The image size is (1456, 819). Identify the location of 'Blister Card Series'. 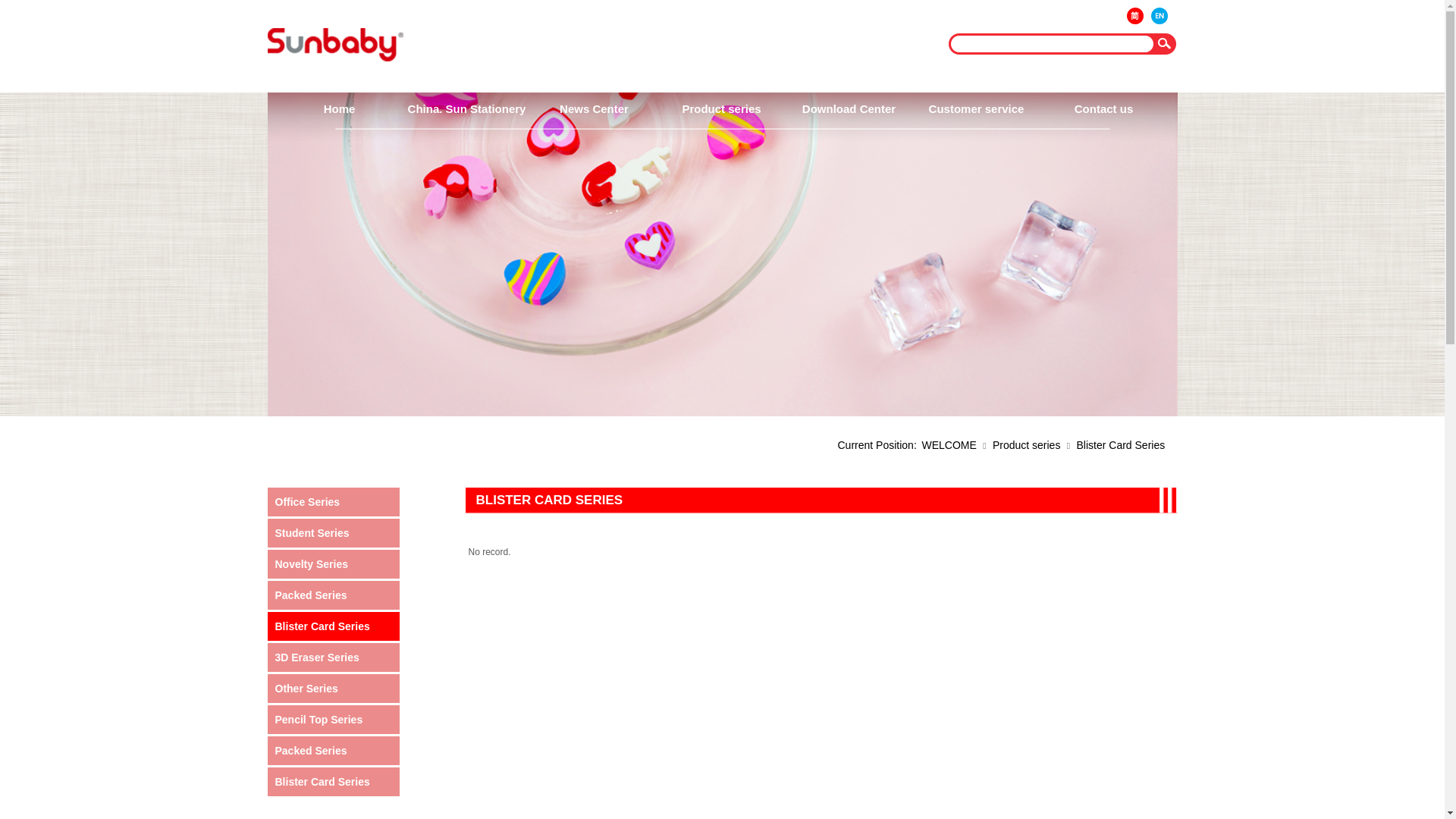
(334, 626).